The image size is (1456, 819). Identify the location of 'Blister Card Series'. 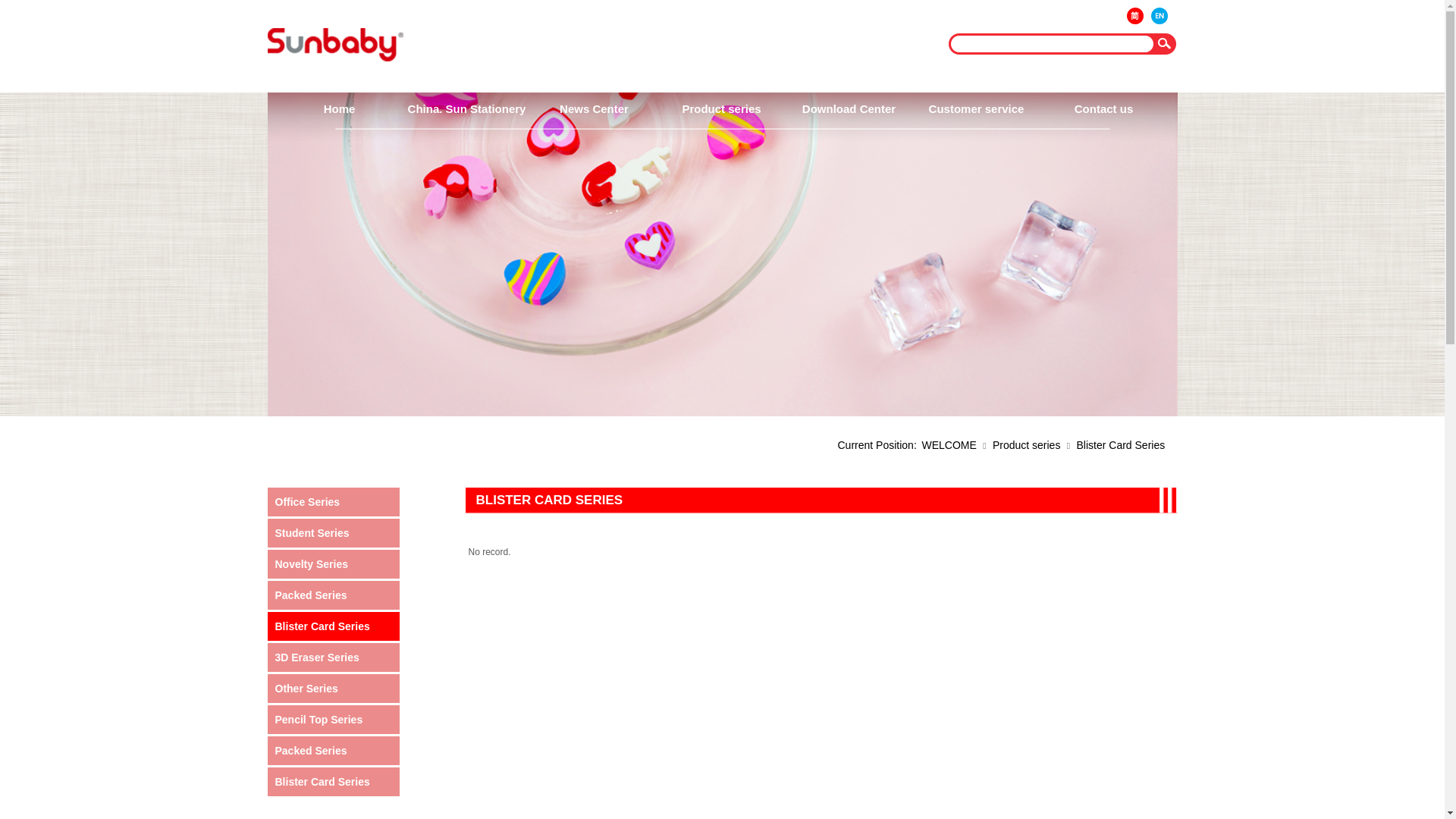
(334, 626).